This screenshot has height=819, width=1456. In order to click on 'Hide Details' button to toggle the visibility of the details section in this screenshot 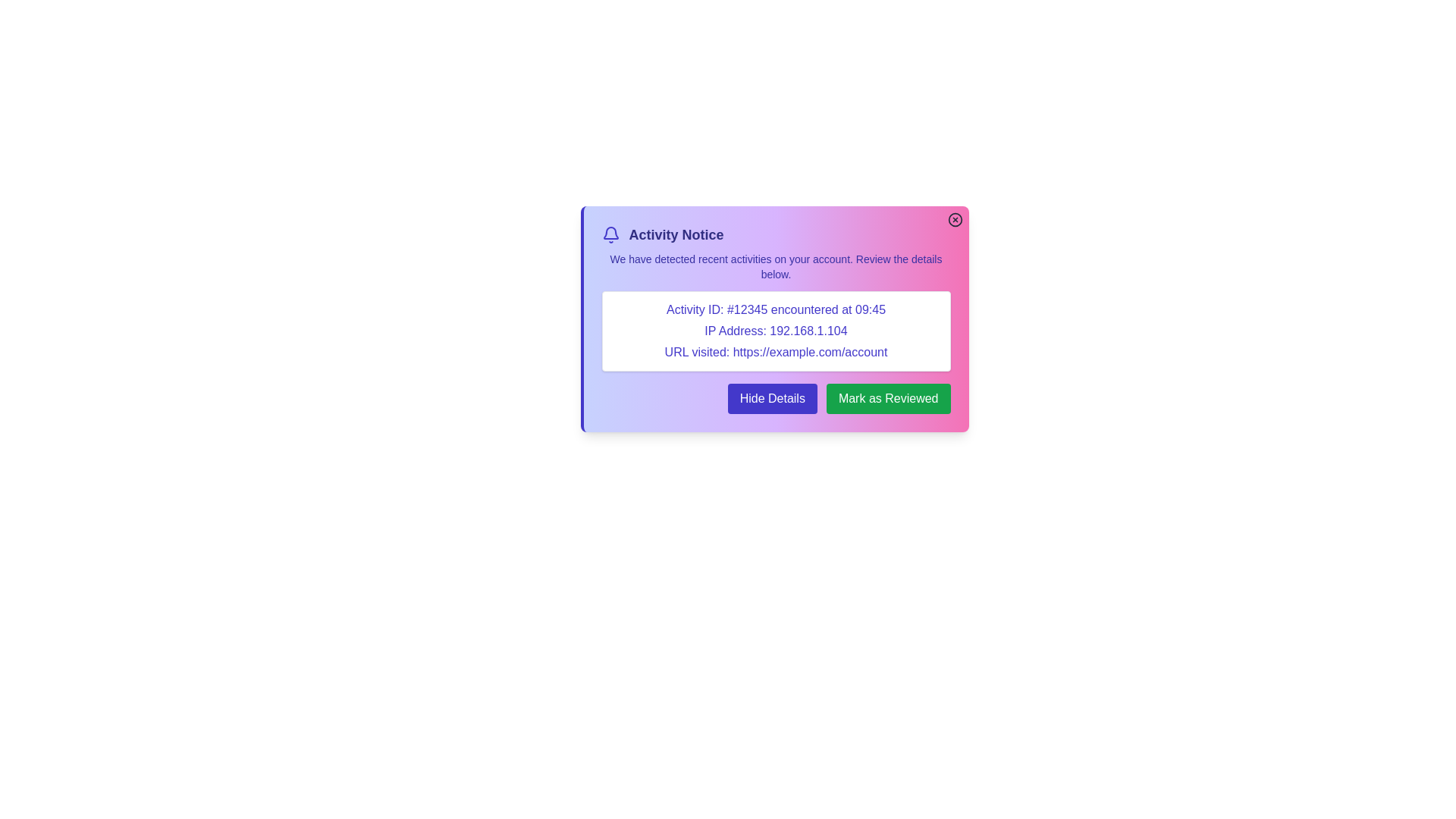, I will do `click(772, 397)`.